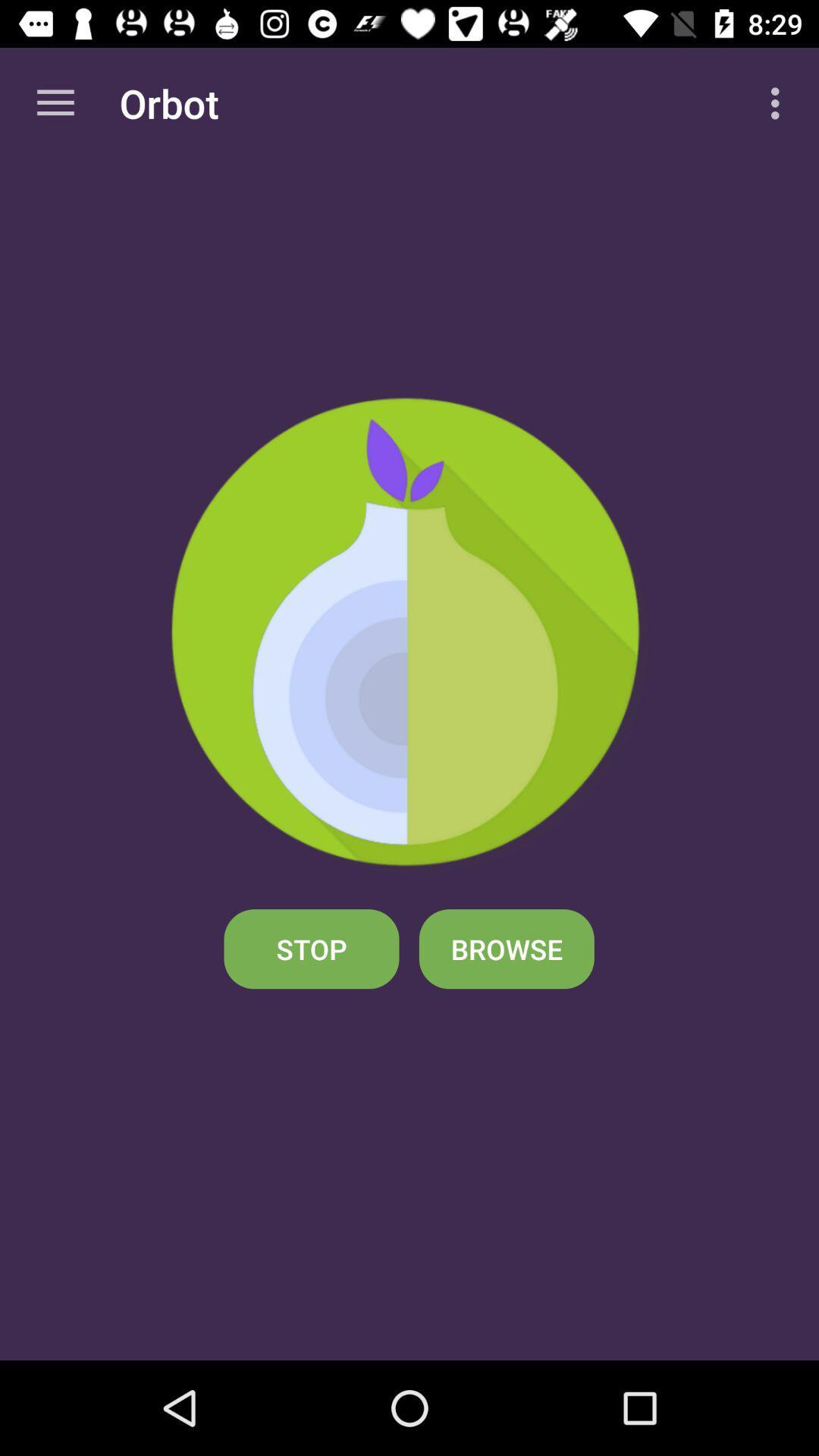 Image resolution: width=819 pixels, height=1456 pixels. What do you see at coordinates (311, 948) in the screenshot?
I see `stop item` at bounding box center [311, 948].